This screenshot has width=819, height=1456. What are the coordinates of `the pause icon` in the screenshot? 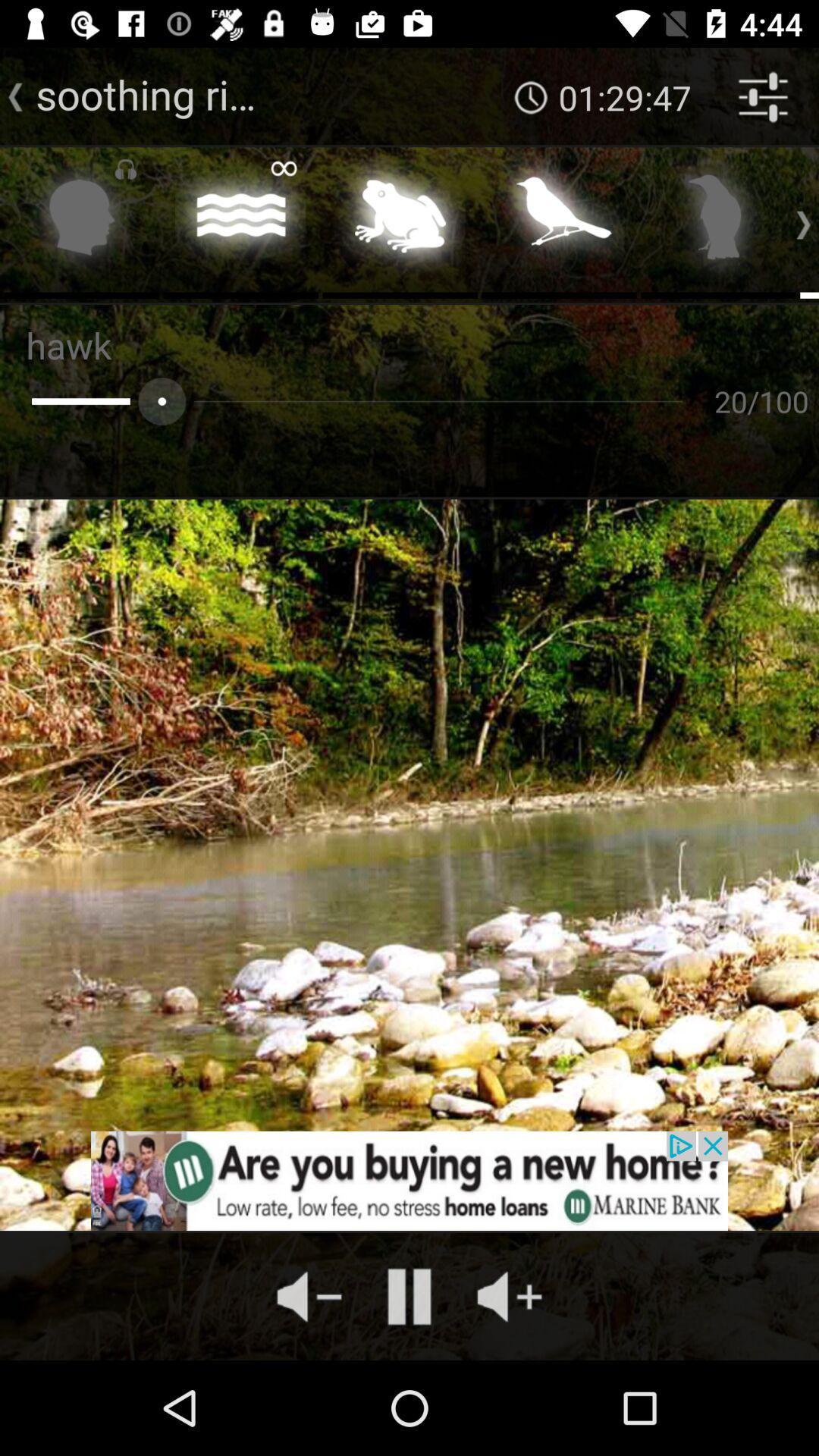 It's located at (409, 1295).